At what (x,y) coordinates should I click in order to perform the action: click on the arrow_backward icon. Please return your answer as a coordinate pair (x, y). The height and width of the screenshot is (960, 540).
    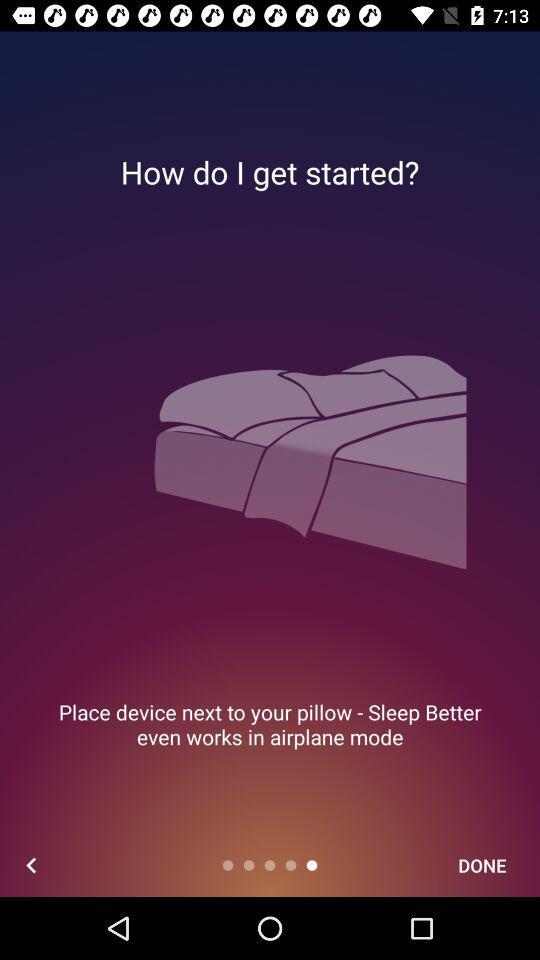
    Looking at the image, I should click on (30, 864).